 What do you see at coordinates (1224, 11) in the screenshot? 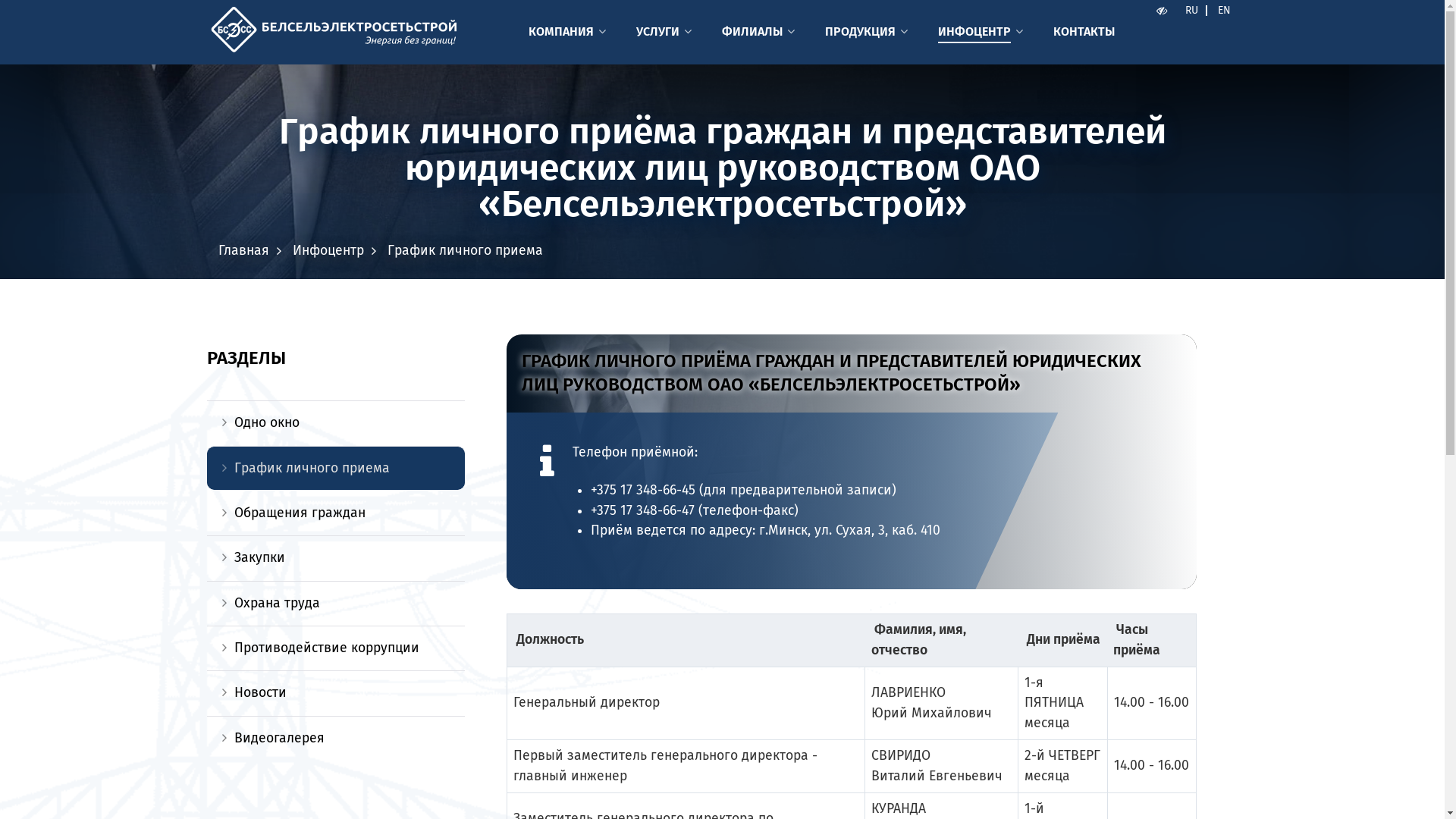
I see `'EN'` at bounding box center [1224, 11].